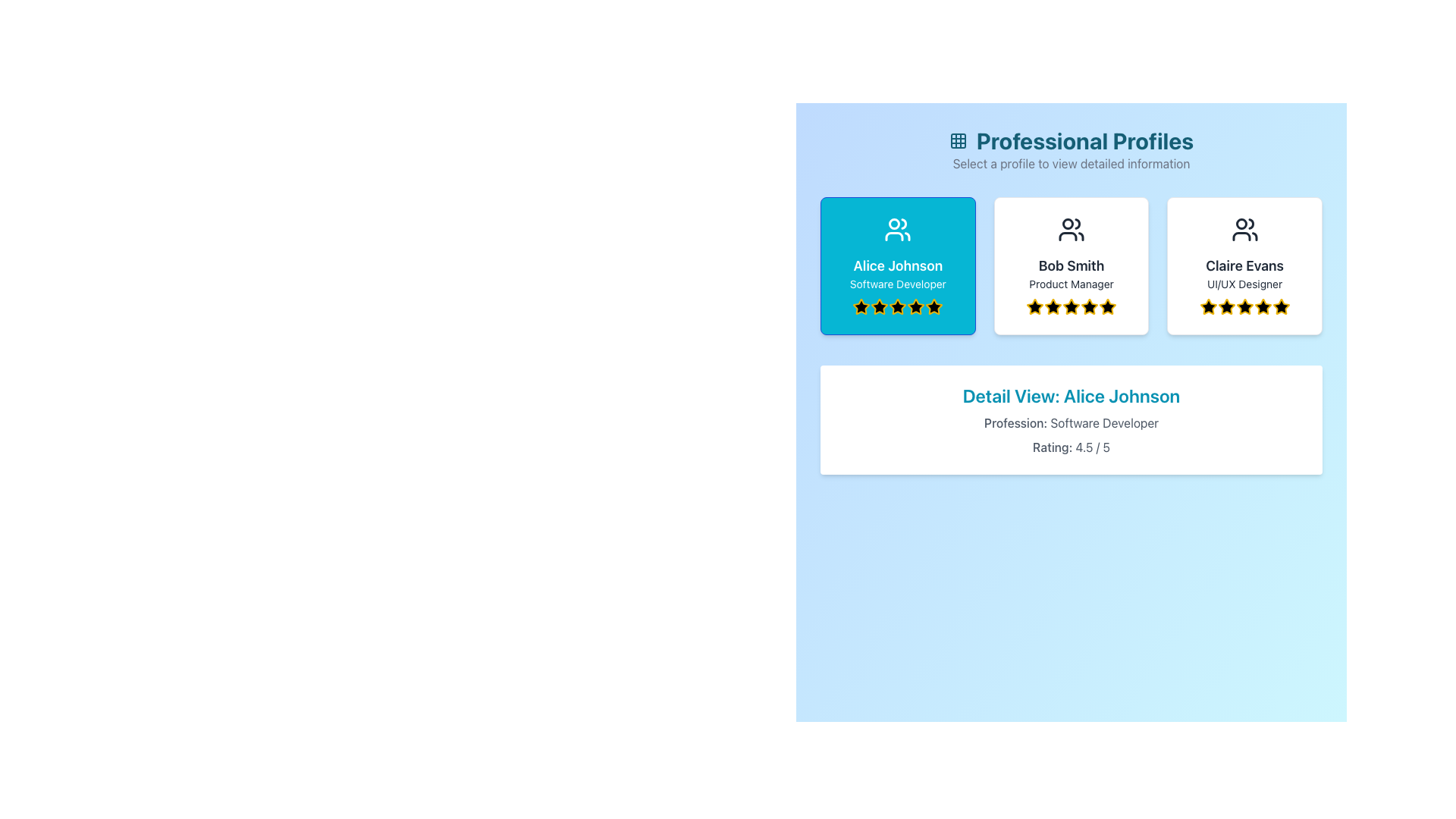  I want to click on fourth star icon in the rating component, which is a black filled star with a yellow outline, located below the 'Bob Smith - Product Manager' card, so click(1070, 307).